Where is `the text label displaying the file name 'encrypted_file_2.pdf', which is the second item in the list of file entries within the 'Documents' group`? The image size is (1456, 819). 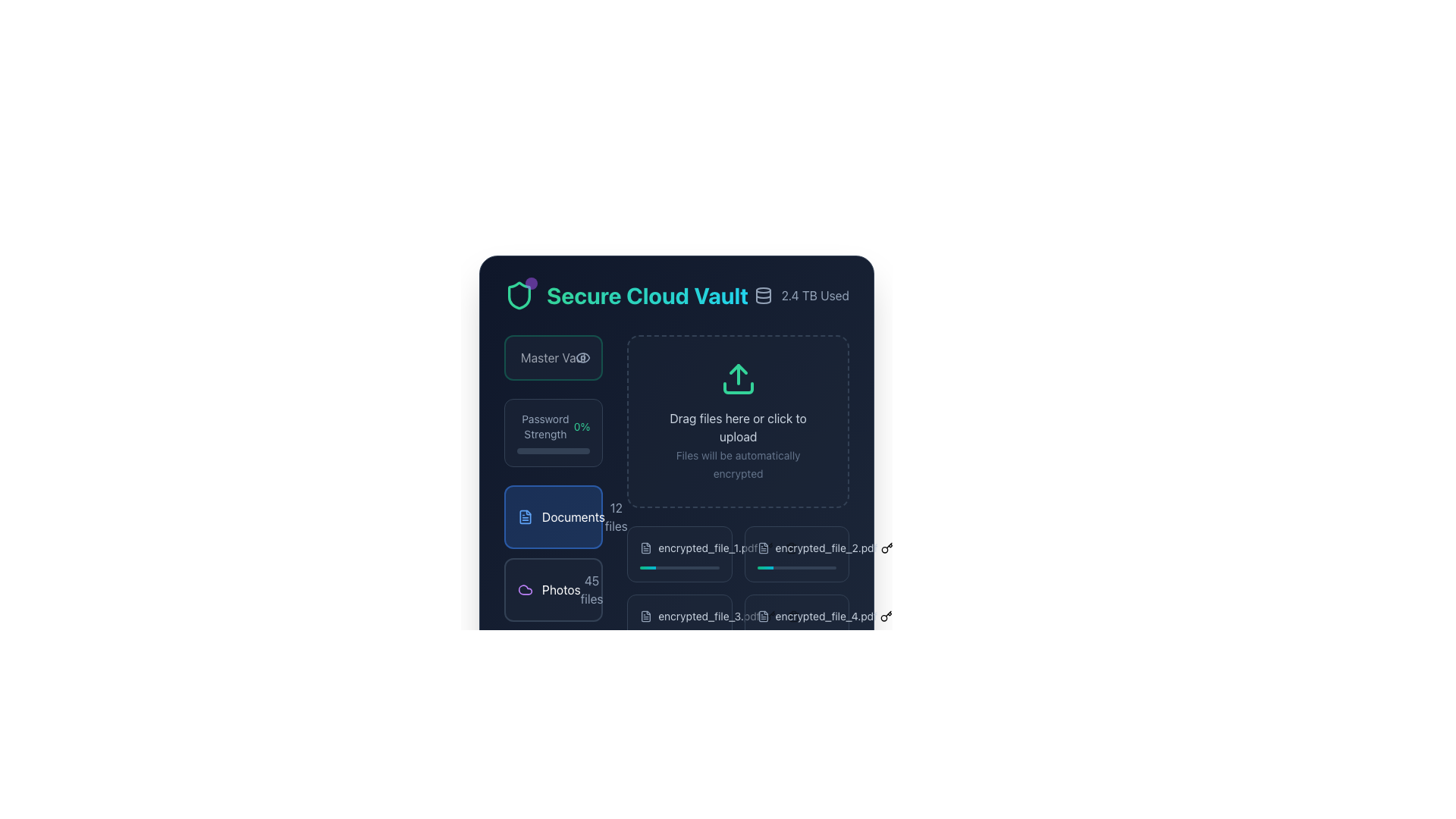
the text label displaying the file name 'encrypted_file_2.pdf', which is the second item in the list of file entries within the 'Documents' group is located at coordinates (795, 548).